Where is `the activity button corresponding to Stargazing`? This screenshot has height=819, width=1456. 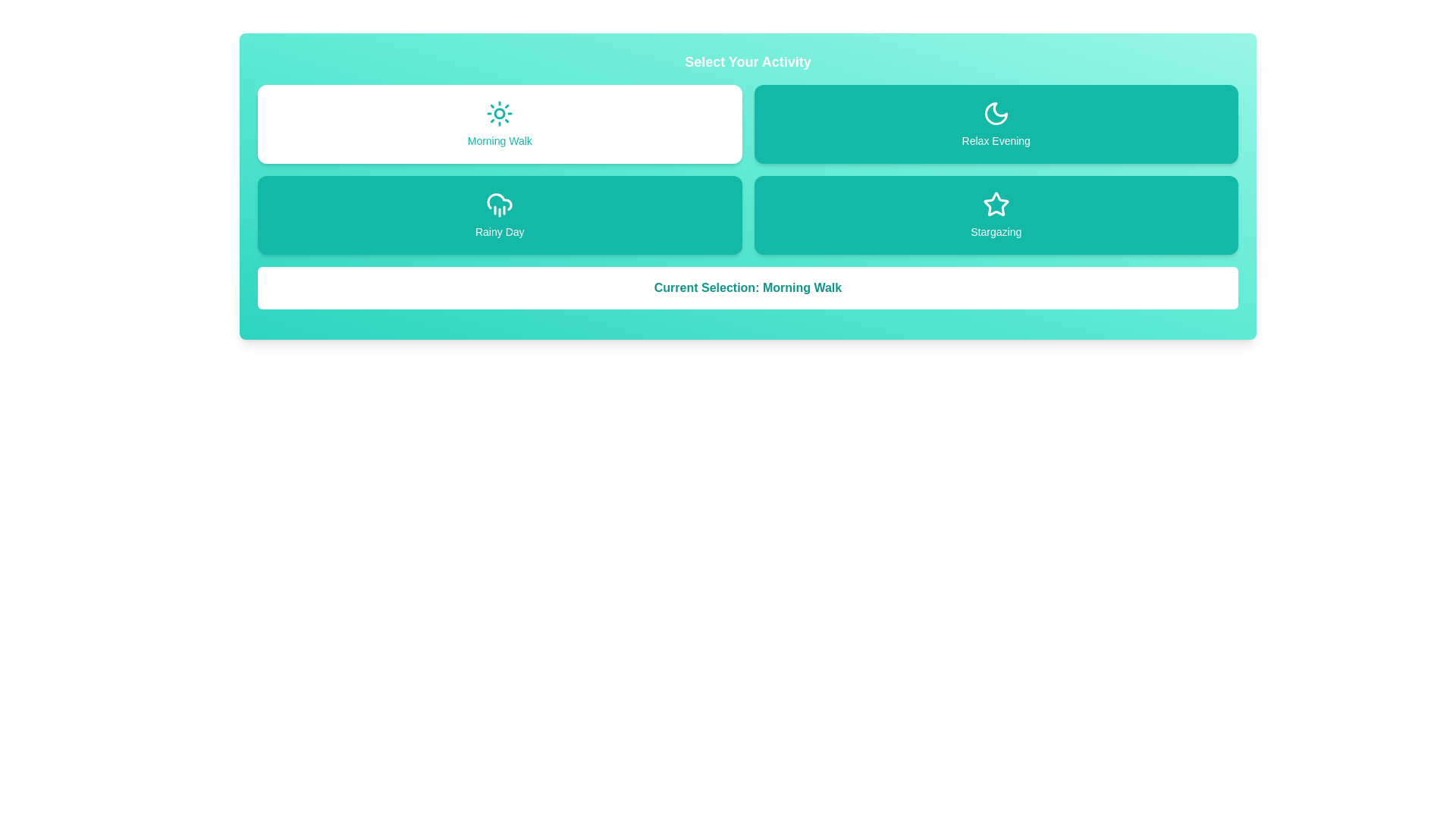
the activity button corresponding to Stargazing is located at coordinates (996, 215).